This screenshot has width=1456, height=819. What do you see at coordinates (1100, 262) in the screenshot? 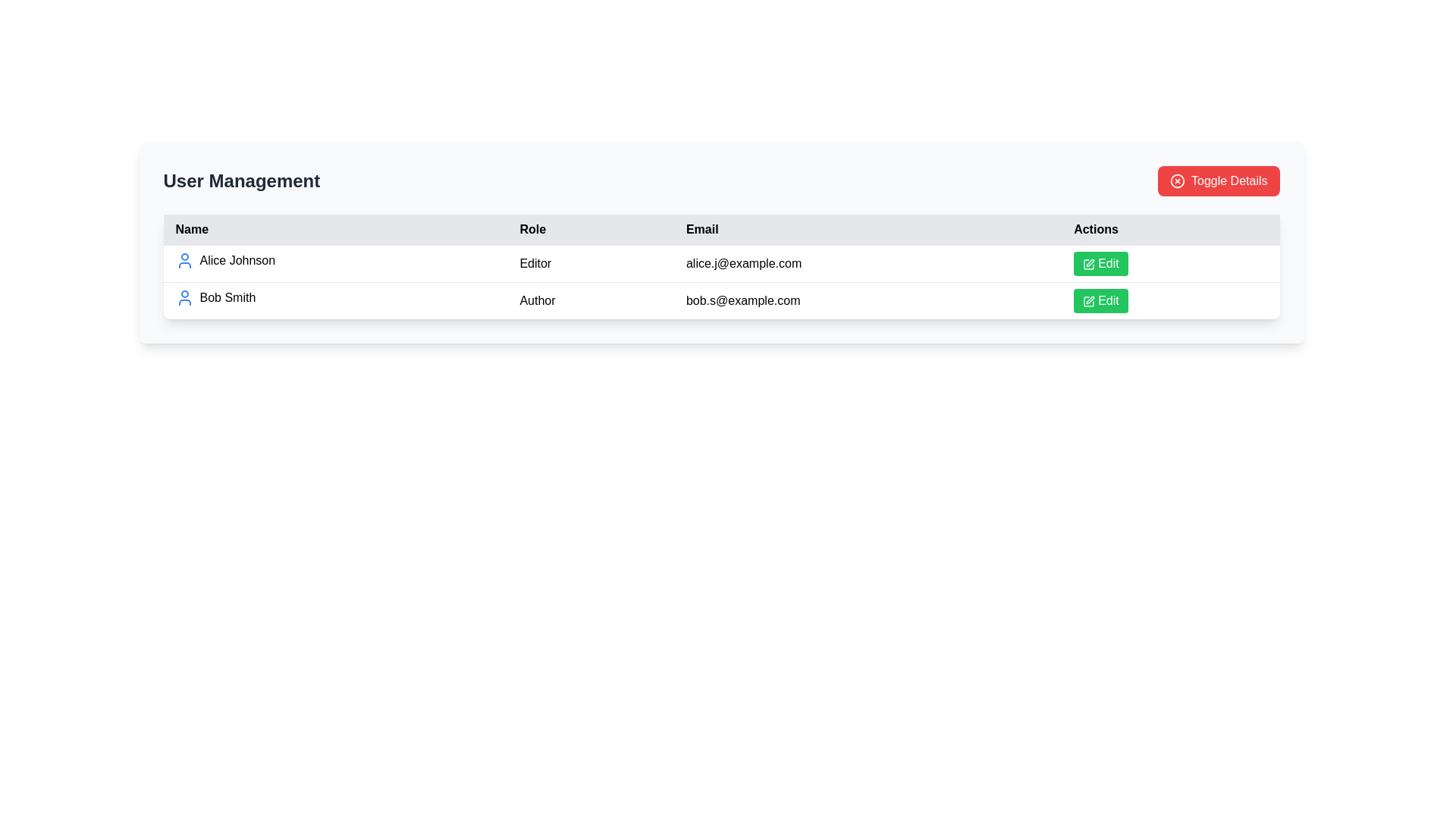
I see `the button in the 'Actions' column of the first row in the user table` at bounding box center [1100, 262].